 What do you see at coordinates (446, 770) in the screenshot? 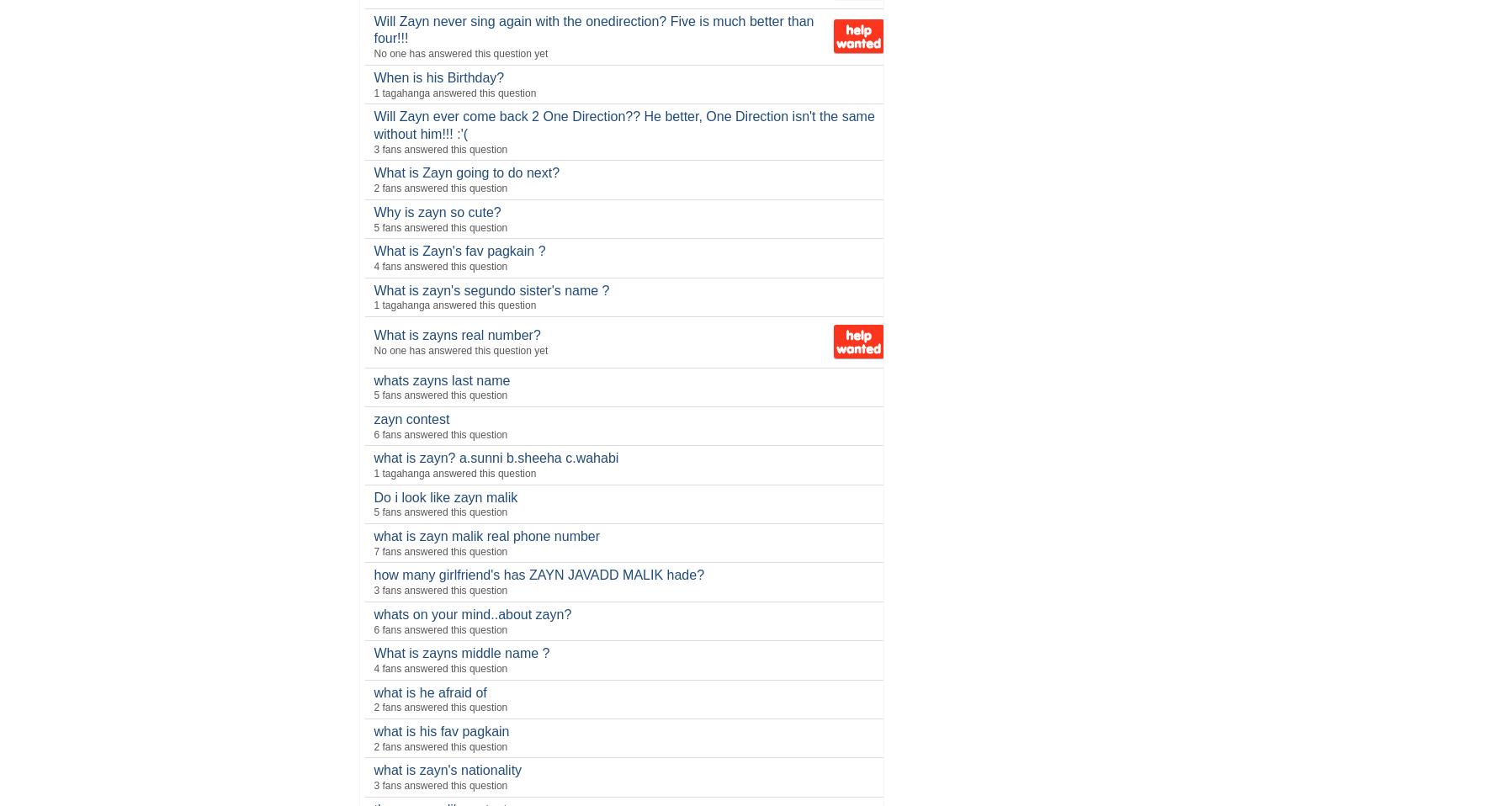
I see `'what is zayn's nationality'` at bounding box center [446, 770].